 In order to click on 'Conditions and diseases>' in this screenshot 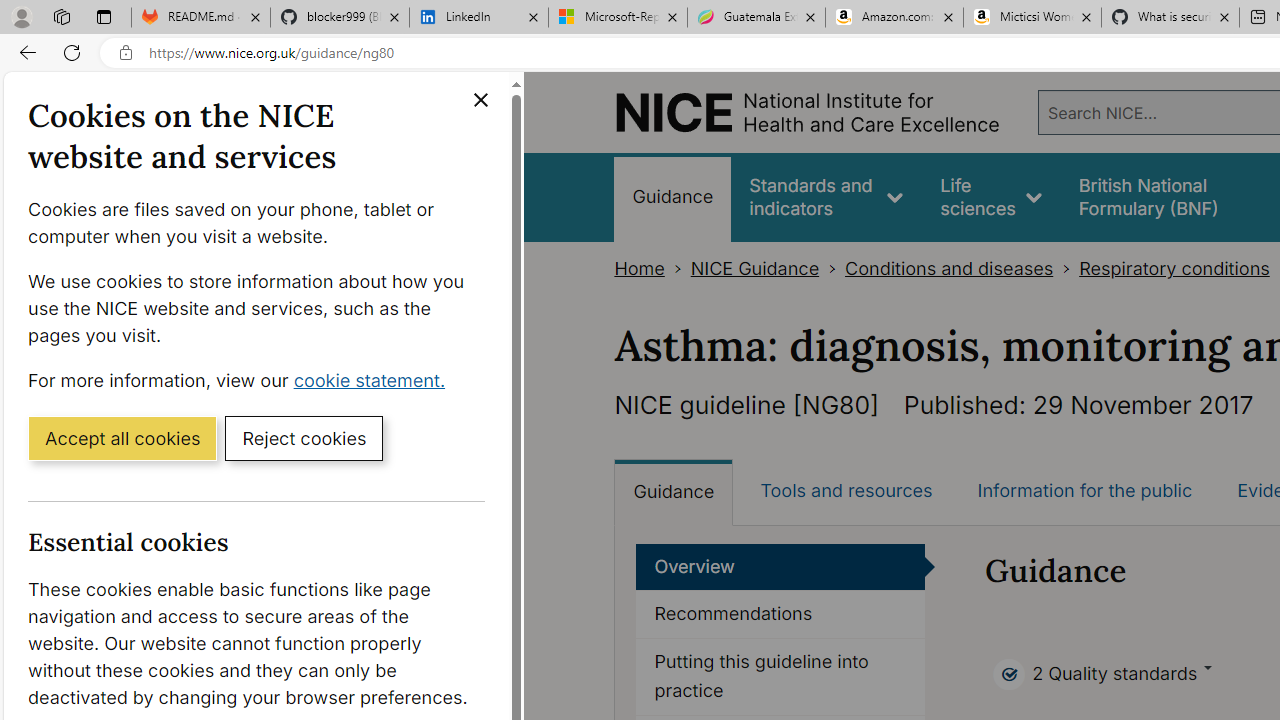, I will do `click(962, 268)`.